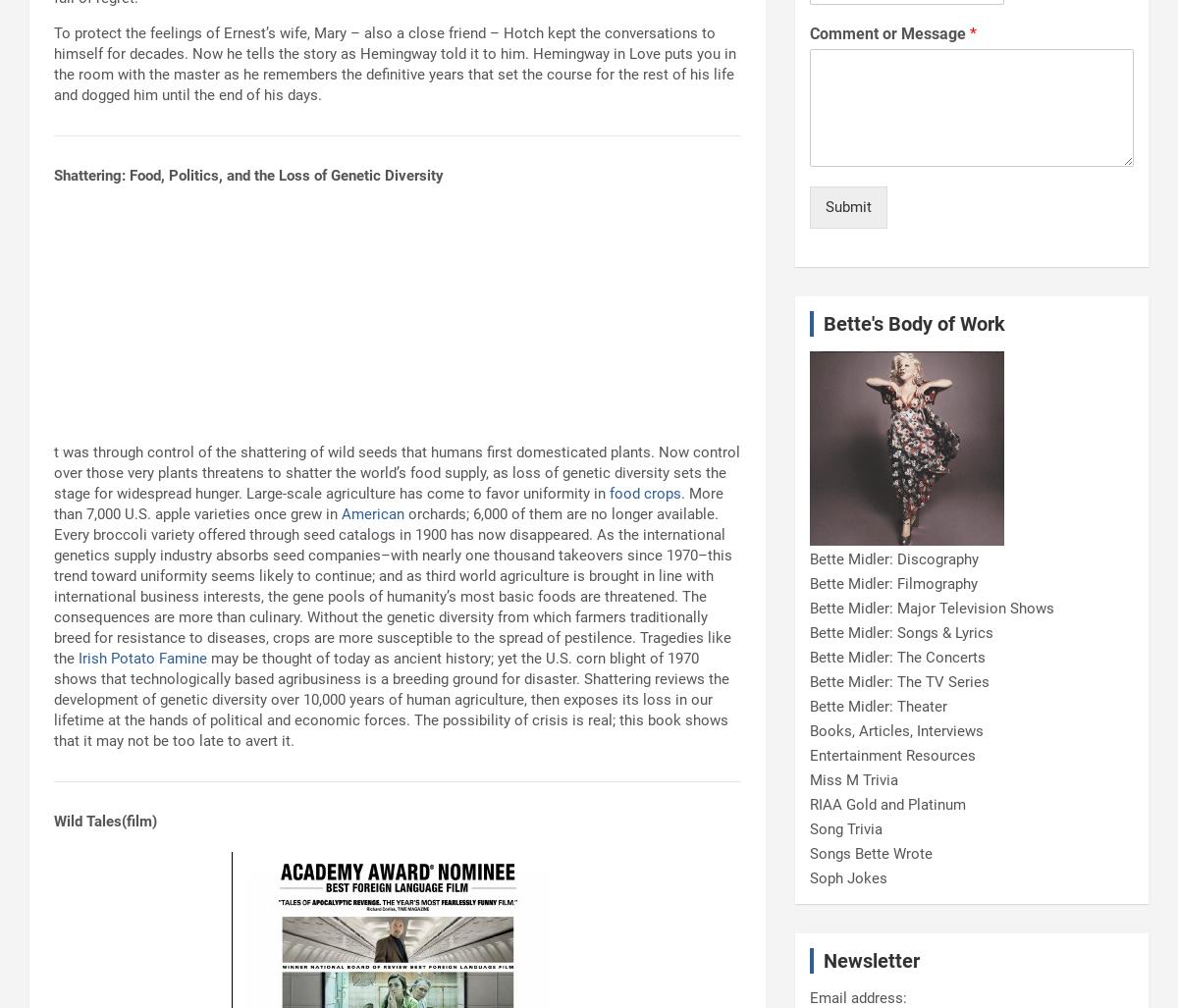  What do you see at coordinates (809, 631) in the screenshot?
I see `'Bette Midler: Songs & Lyrics'` at bounding box center [809, 631].